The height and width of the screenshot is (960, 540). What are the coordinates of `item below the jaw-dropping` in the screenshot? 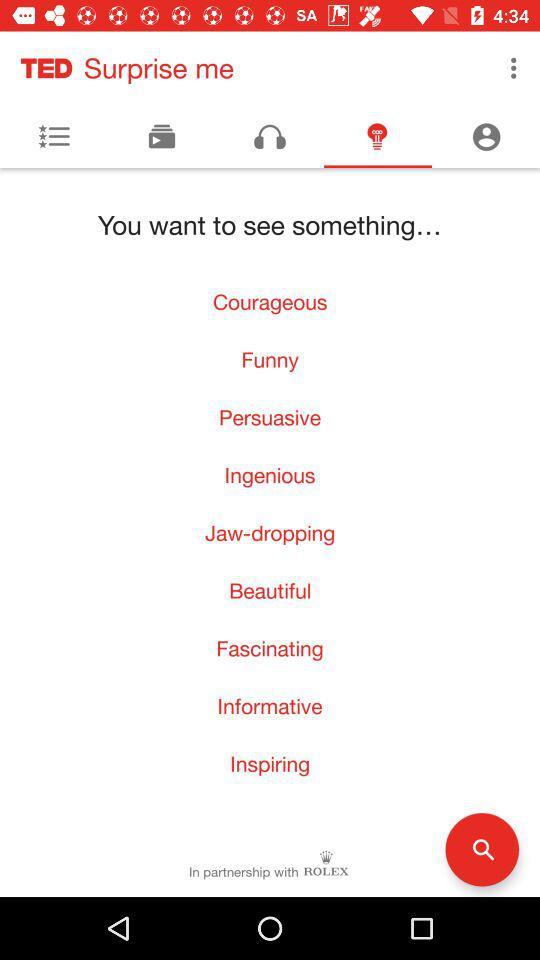 It's located at (270, 590).